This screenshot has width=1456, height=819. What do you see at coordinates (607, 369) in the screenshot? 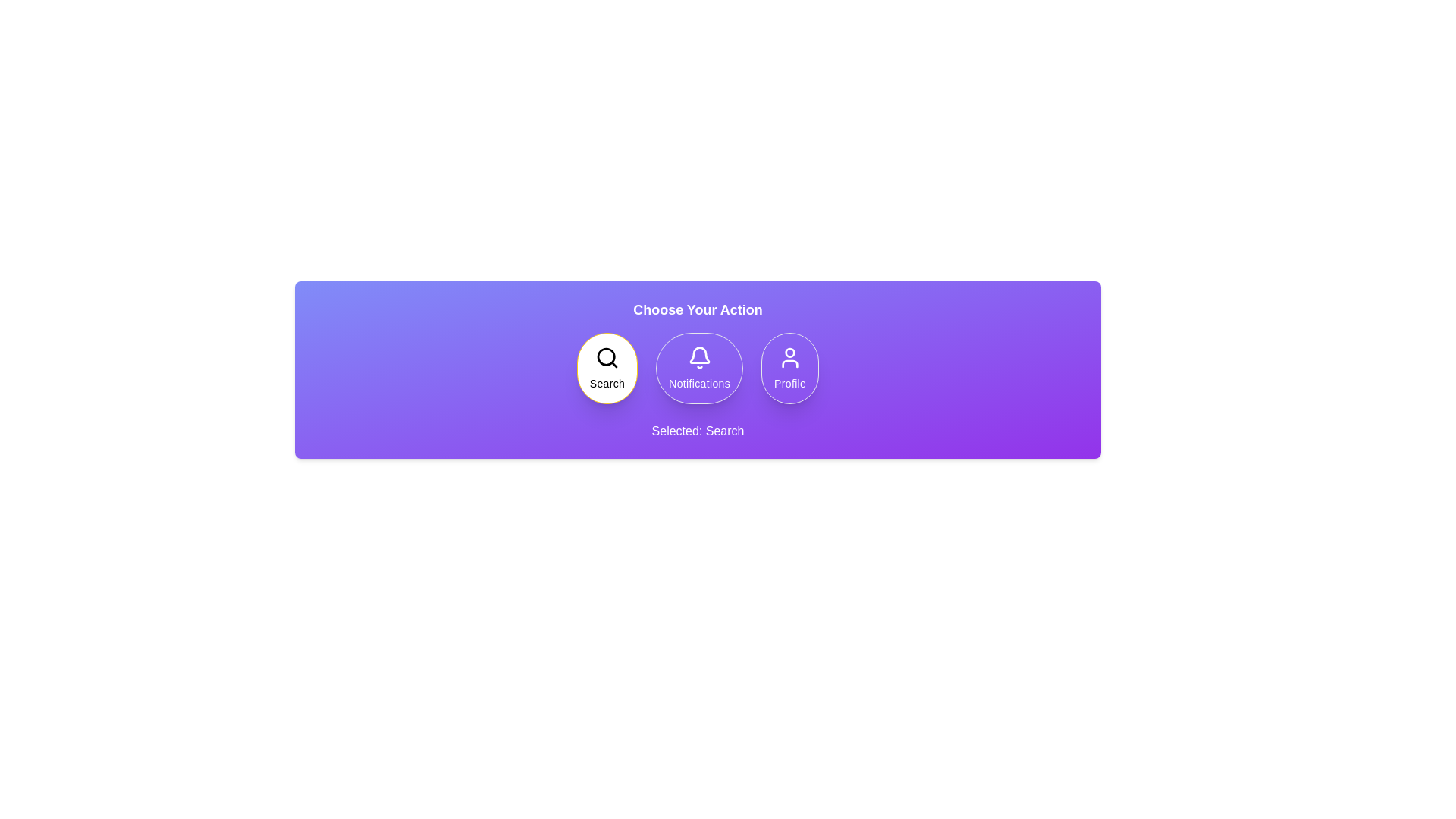
I see `the Search button to observe the hover effect` at bounding box center [607, 369].